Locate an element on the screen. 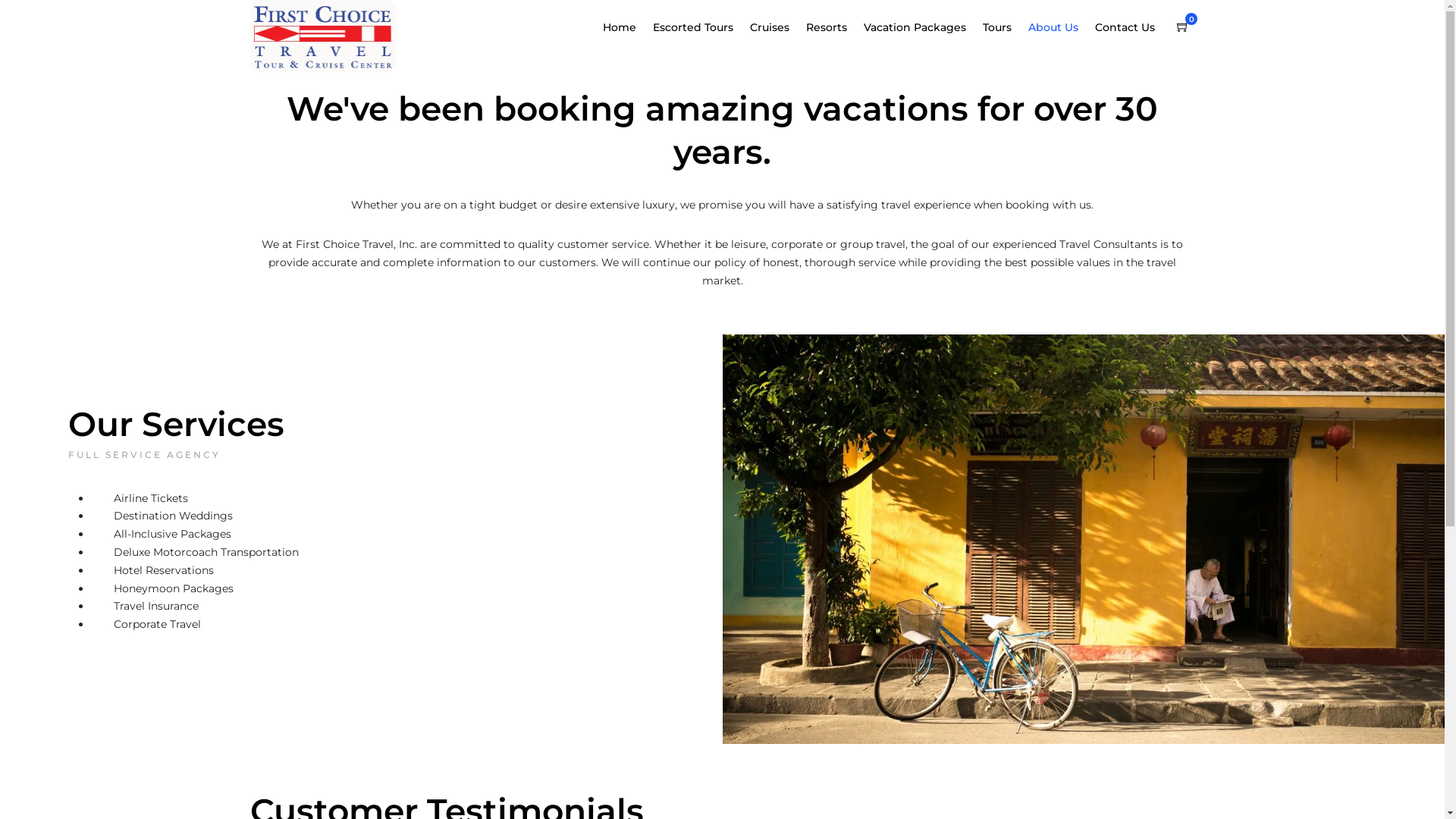 The image size is (1456, 819). 'Resorts' is located at coordinates (832, 28).